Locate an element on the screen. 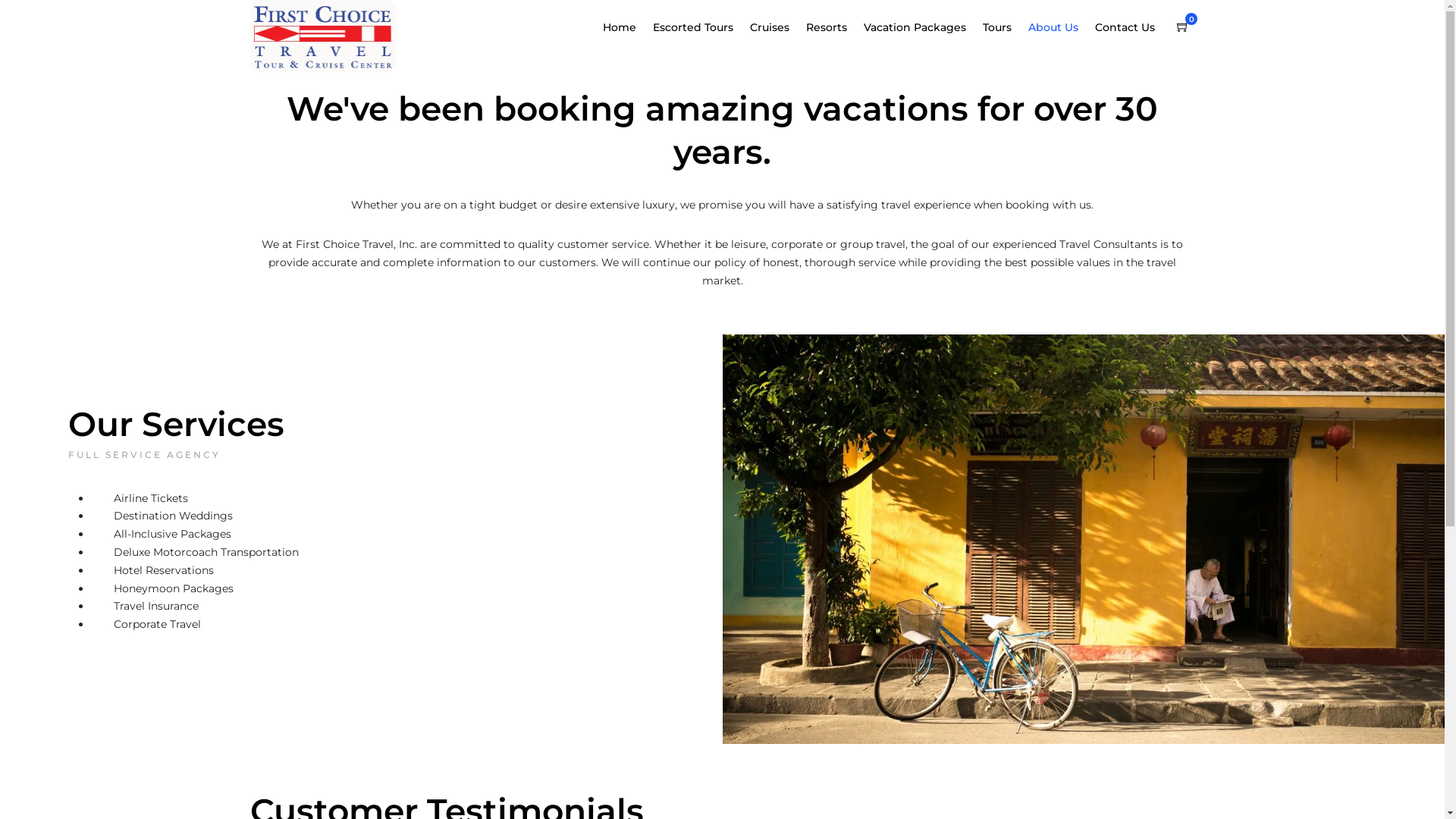 The image size is (1456, 819). 'Resorts' is located at coordinates (832, 28).